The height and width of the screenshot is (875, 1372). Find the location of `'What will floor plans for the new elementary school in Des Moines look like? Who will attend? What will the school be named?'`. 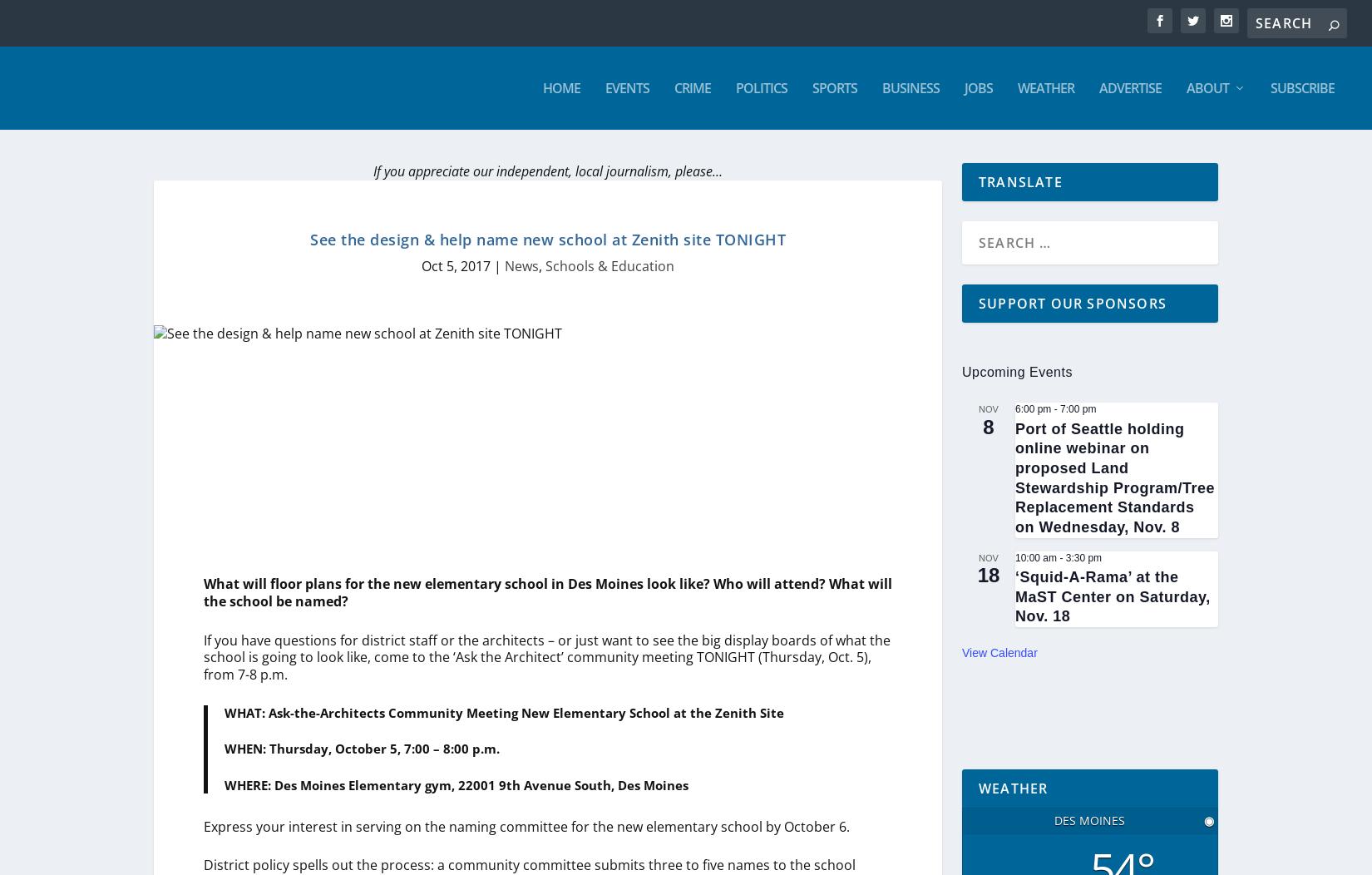

'What will floor plans for the new elementary school in Des Moines look like? Who will attend? What will the school be named?' is located at coordinates (204, 592).